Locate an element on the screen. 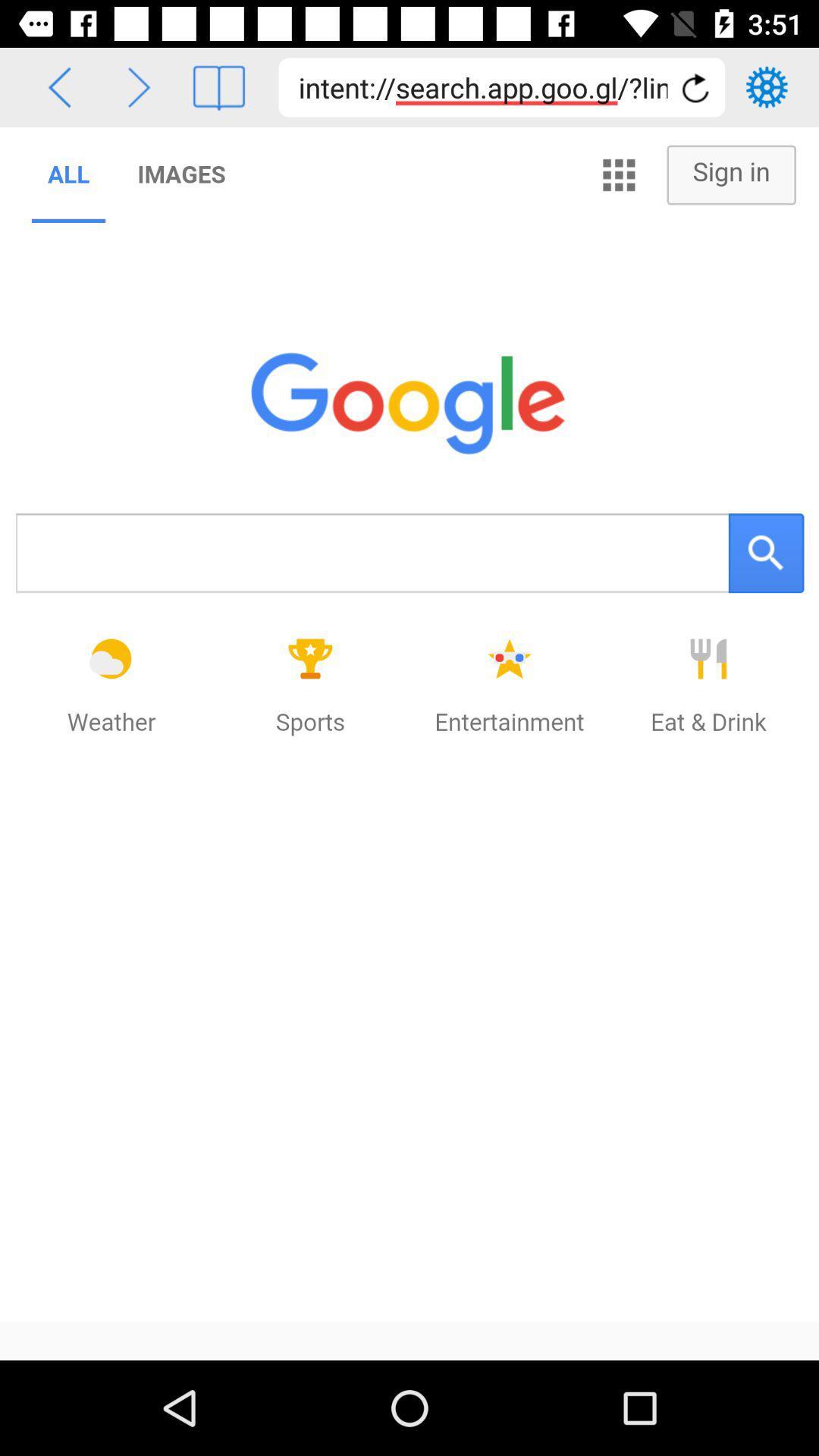  go back is located at coordinates (58, 86).